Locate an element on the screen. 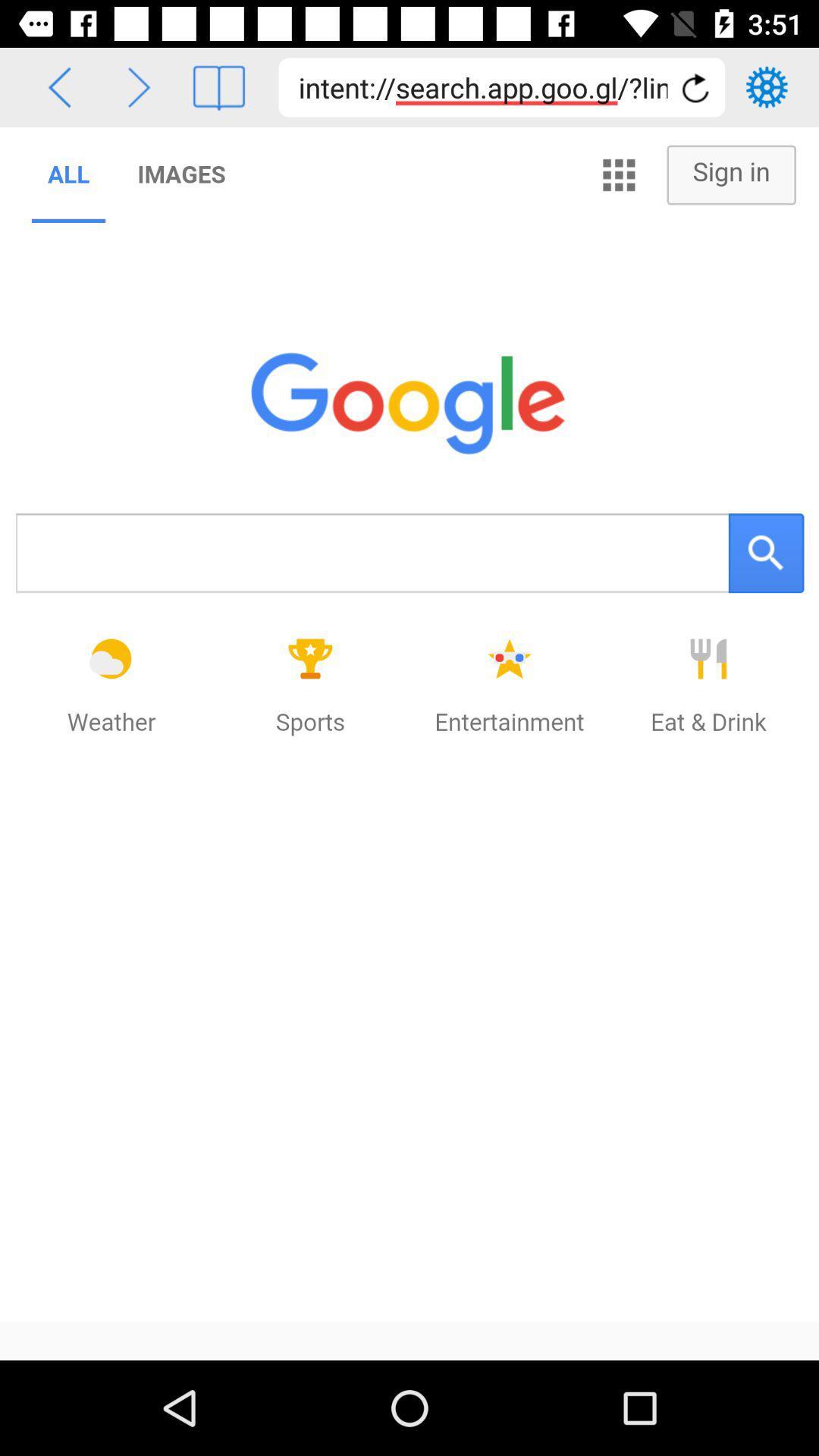  go back is located at coordinates (58, 86).